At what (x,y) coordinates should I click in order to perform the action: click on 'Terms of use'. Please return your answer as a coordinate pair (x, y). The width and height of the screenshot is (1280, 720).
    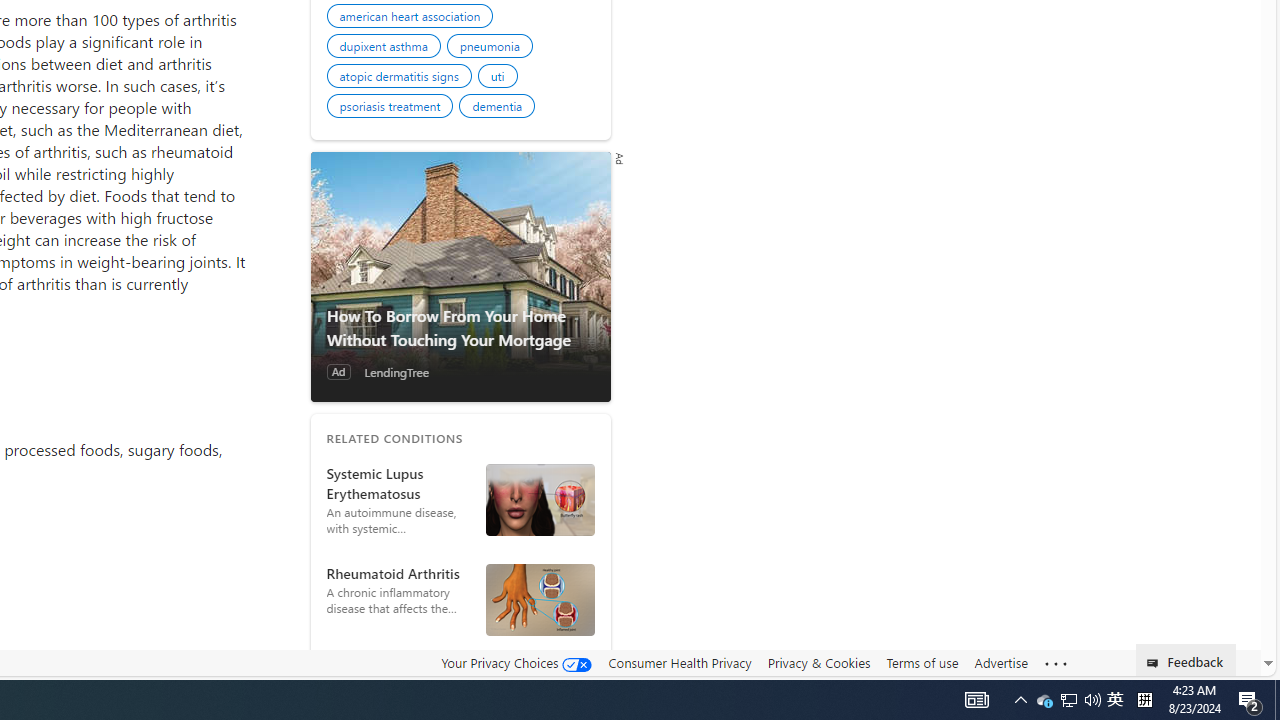
    Looking at the image, I should click on (921, 663).